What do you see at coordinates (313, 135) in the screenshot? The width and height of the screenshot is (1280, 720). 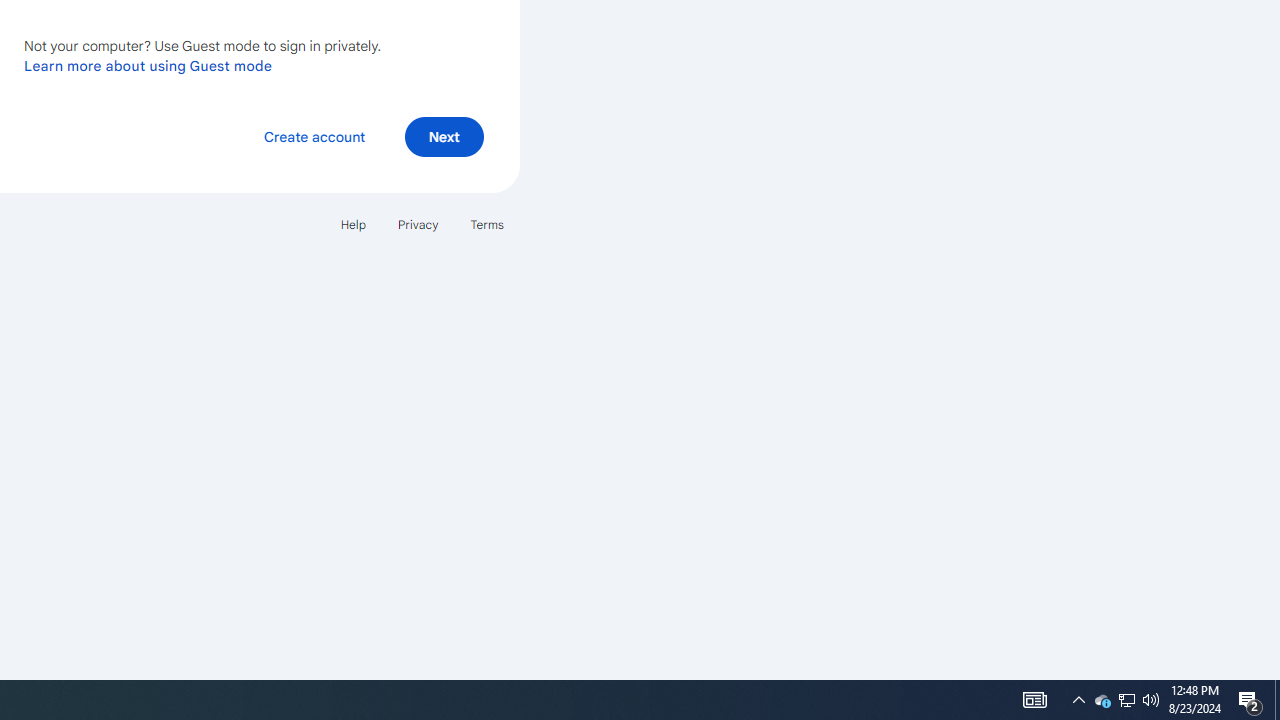 I see `'Create account'` at bounding box center [313, 135].